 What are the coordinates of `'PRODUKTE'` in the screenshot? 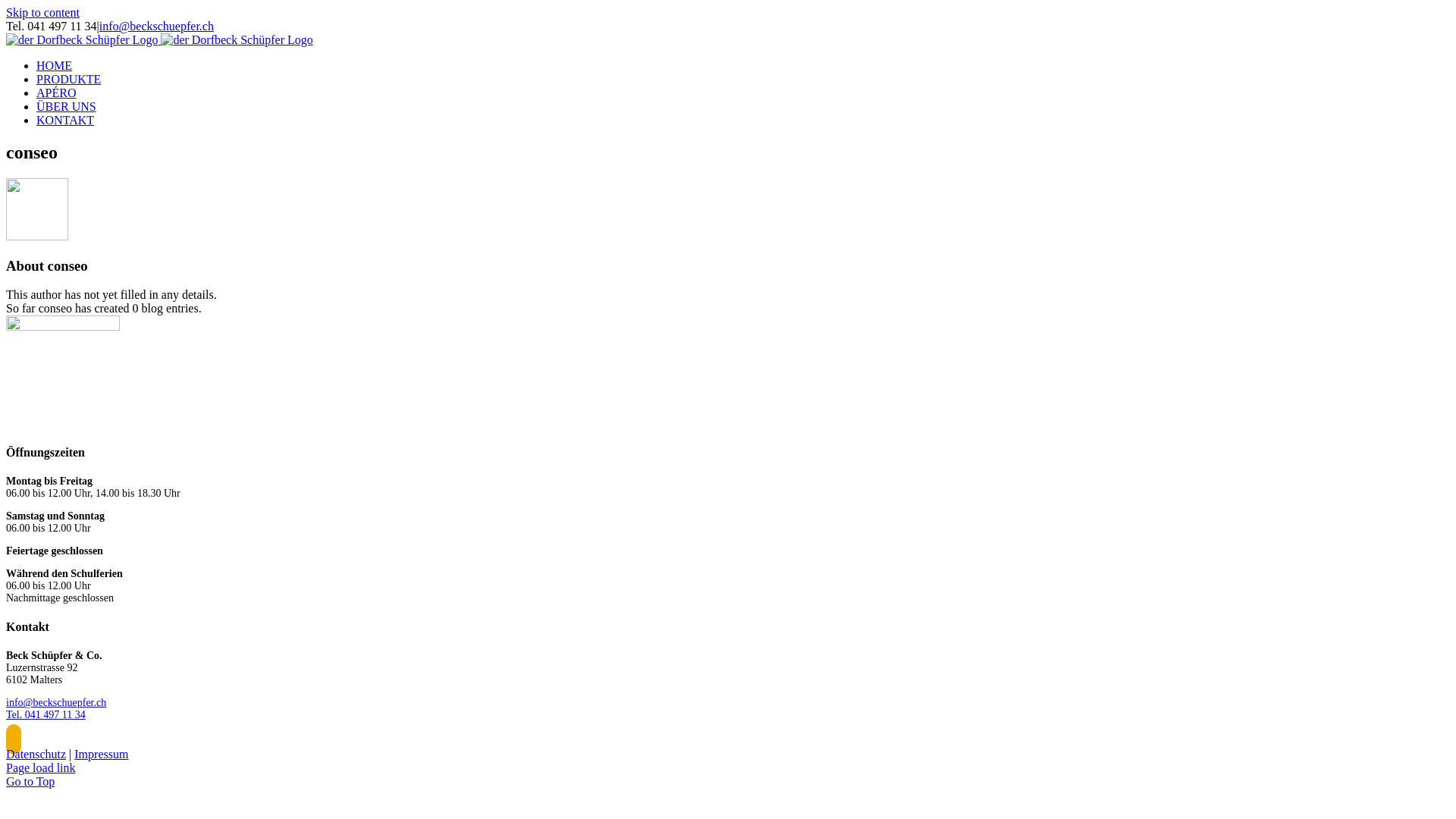 It's located at (67, 79).